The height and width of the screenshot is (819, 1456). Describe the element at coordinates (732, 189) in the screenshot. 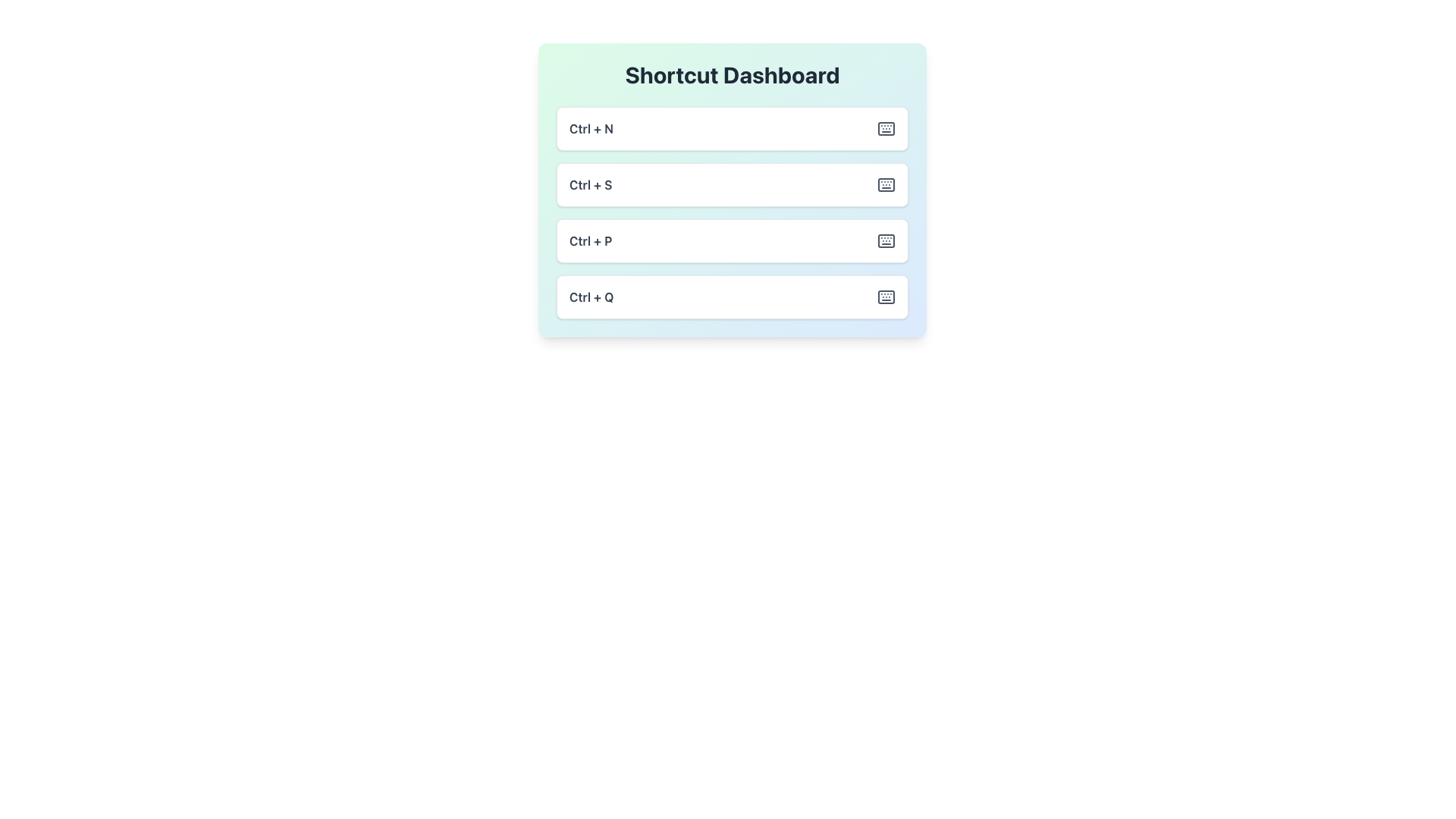

I see `the 'Ctrl + S' button, which is the second button in a vertical list layout, prominently displayed in bold dark gray font on a white background` at that location.